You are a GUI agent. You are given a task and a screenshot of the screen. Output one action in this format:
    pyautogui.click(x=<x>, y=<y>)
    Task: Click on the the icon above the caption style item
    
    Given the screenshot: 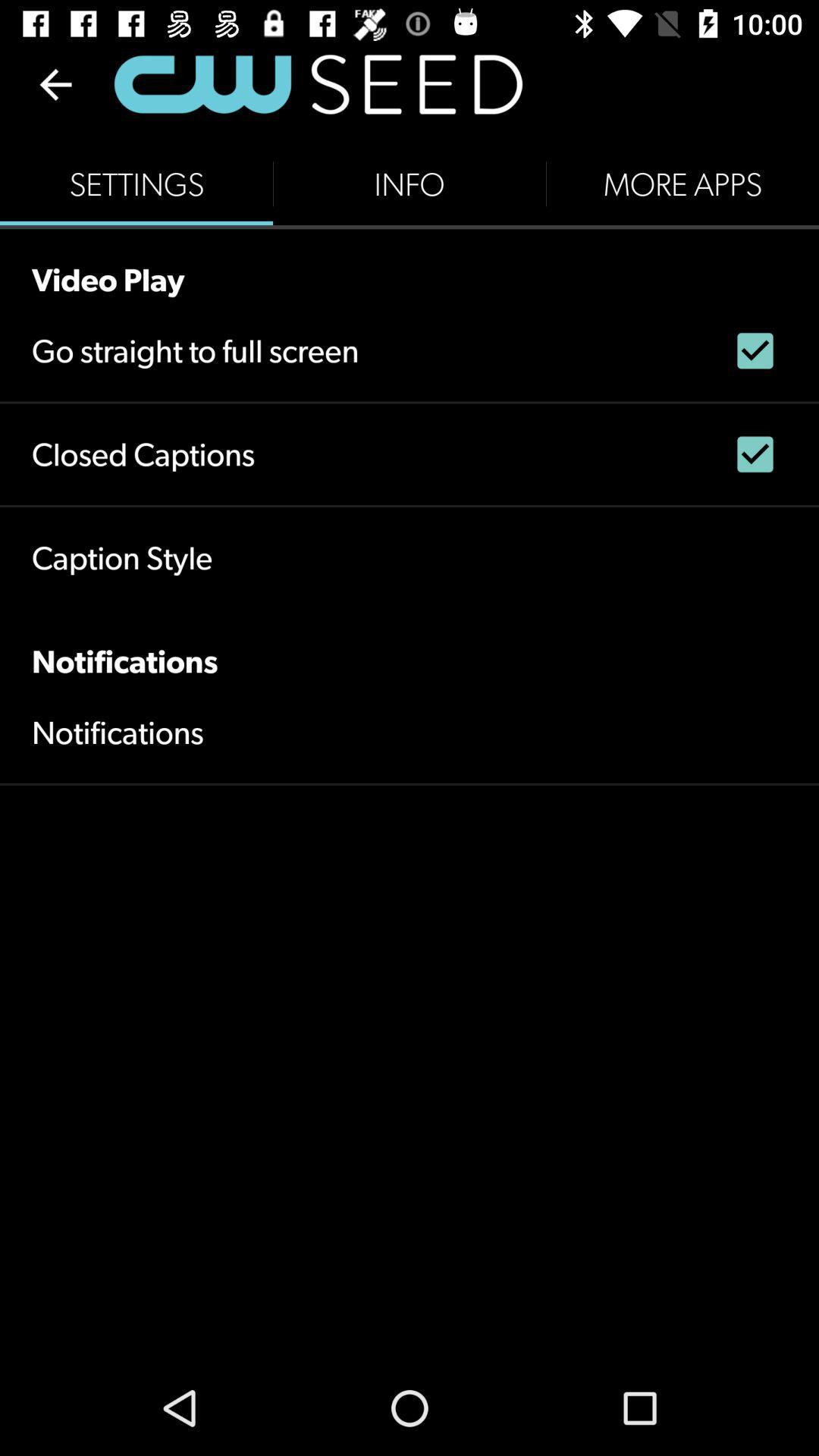 What is the action you would take?
    pyautogui.click(x=143, y=453)
    